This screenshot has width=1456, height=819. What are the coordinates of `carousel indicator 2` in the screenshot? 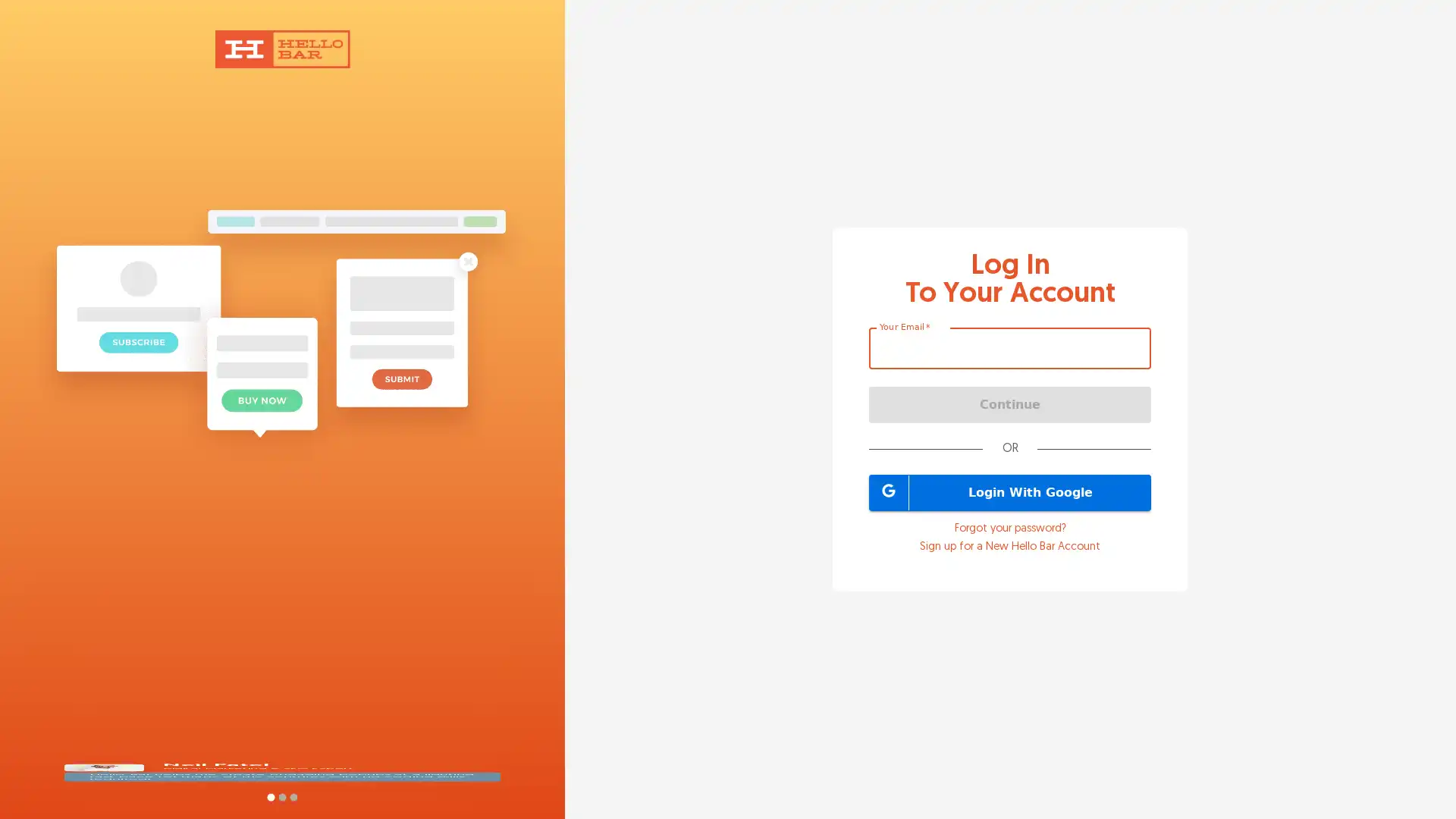 It's located at (281, 796).